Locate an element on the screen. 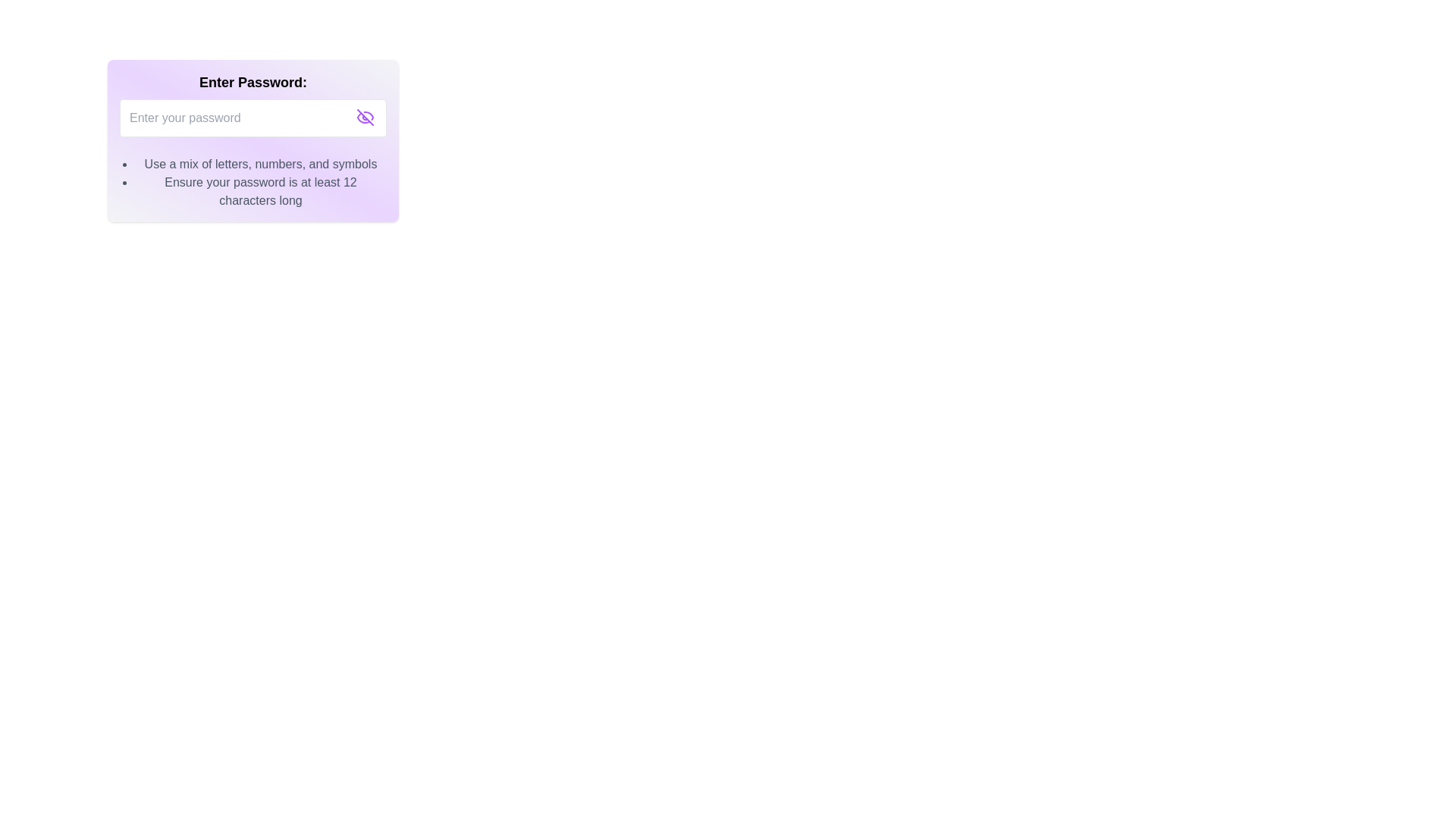 Image resolution: width=1456 pixels, height=819 pixels. the text block containing bullet points with instructions about password requirements, styled in gray on a light violet background is located at coordinates (261, 181).